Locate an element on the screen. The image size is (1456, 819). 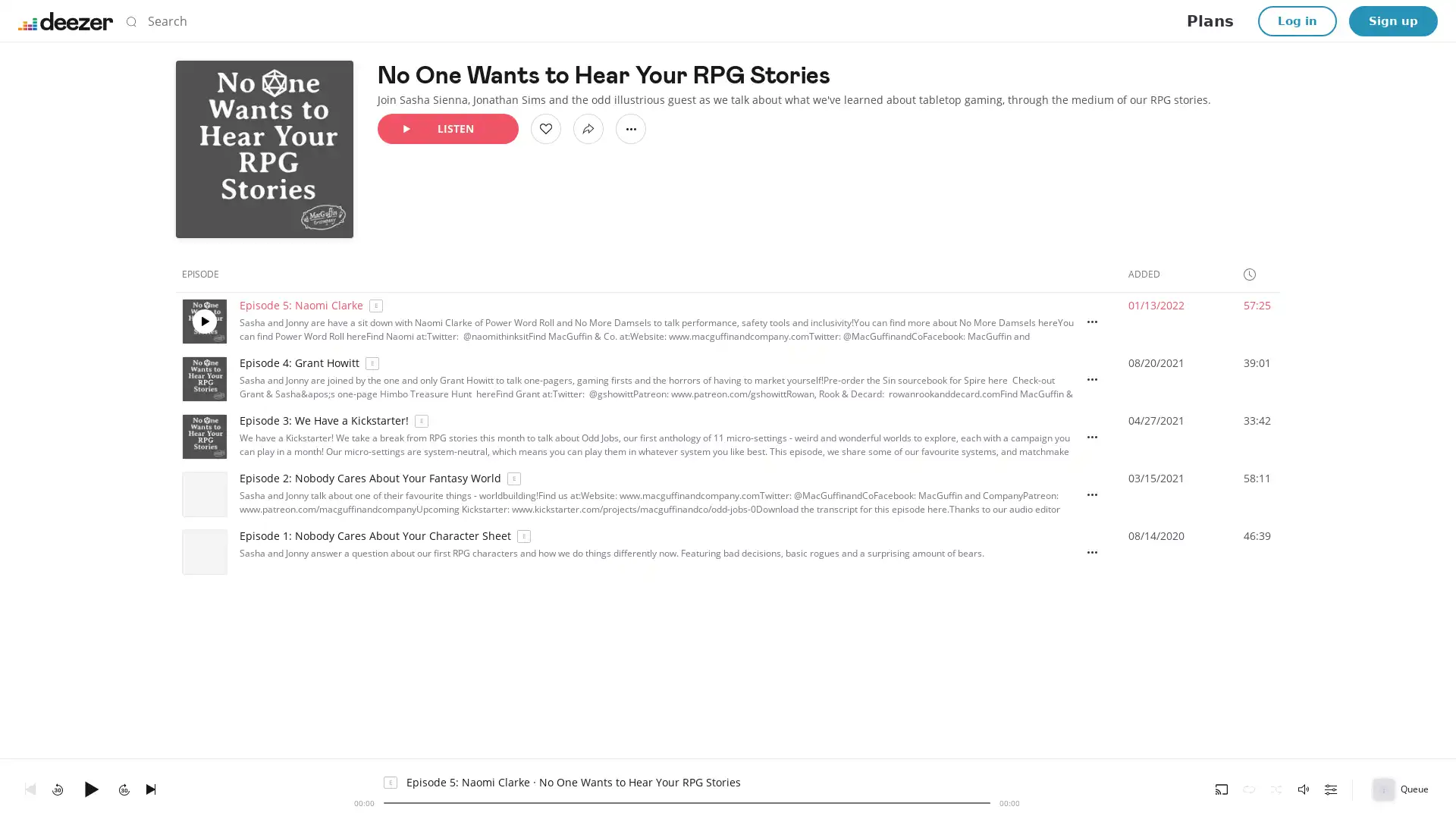
EPISODE is located at coordinates (206, 274).